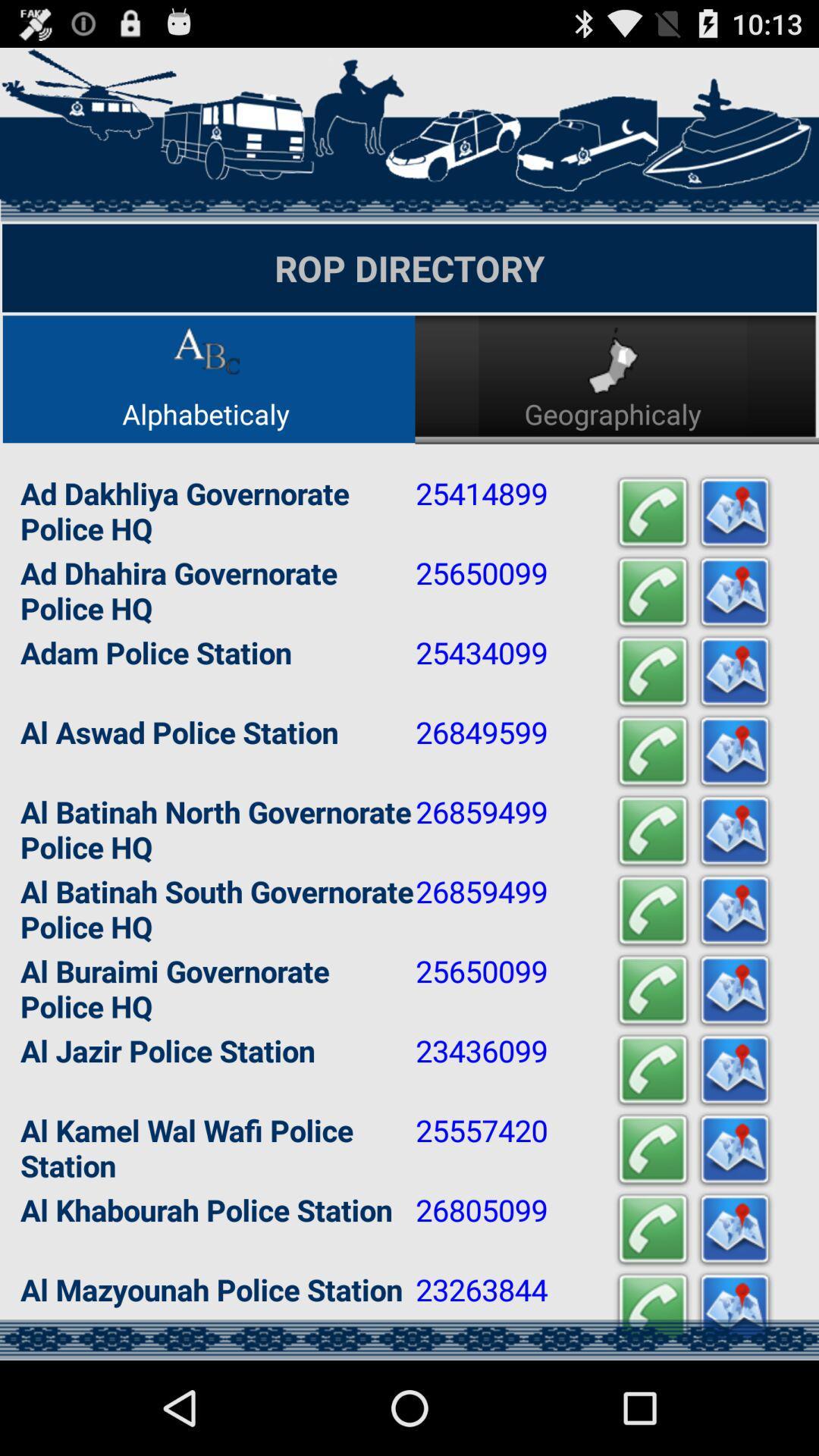 This screenshot has height=1456, width=819. Describe the element at coordinates (651, 1145) in the screenshot. I see `the call icon` at that location.